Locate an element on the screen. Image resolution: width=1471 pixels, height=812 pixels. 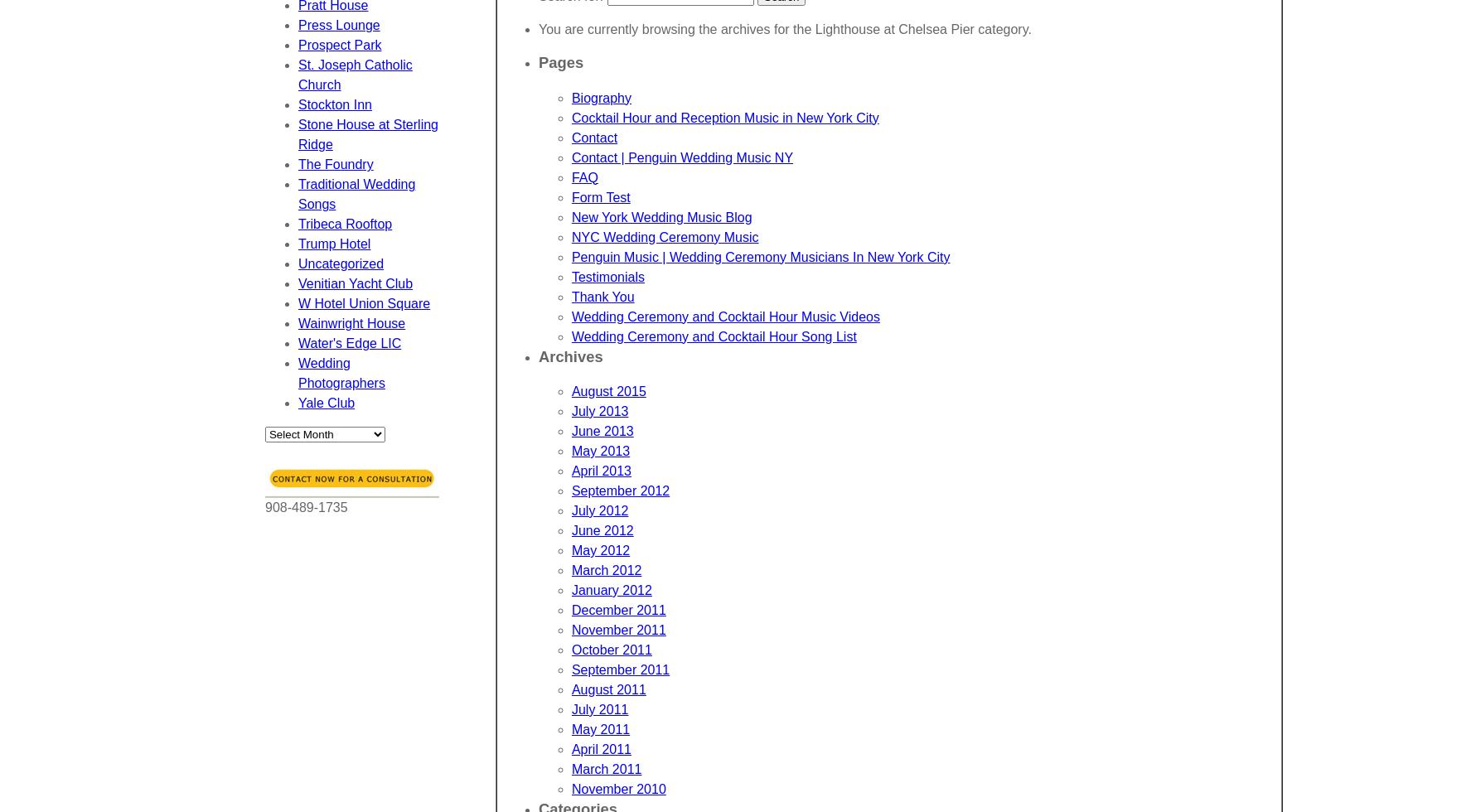
'Yale Club' is located at coordinates (325, 403).